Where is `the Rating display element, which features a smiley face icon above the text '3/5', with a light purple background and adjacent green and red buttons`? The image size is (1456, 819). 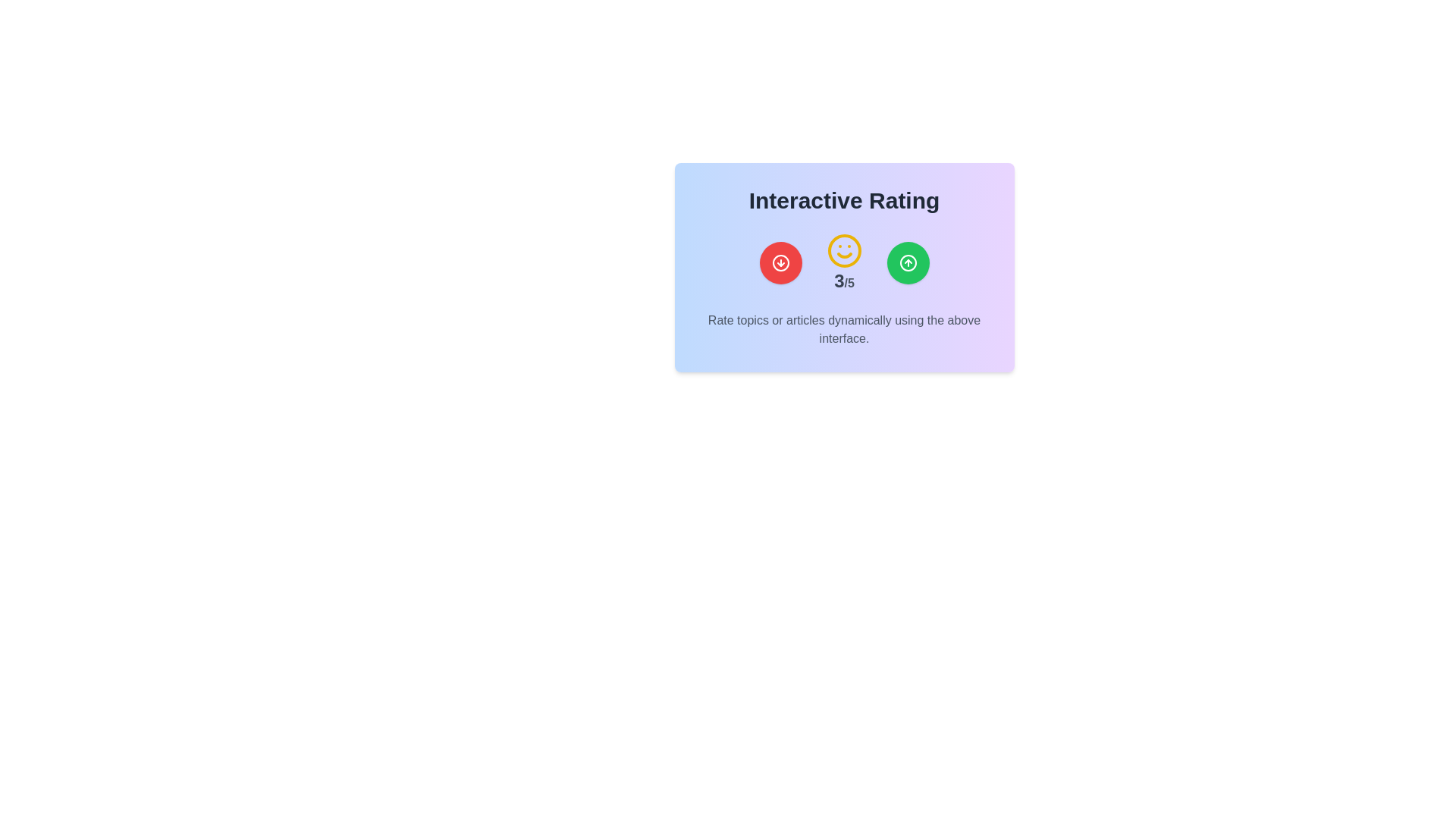
the Rating display element, which features a smiley face icon above the text '3/5', with a light purple background and adjacent green and red buttons is located at coordinates (843, 262).